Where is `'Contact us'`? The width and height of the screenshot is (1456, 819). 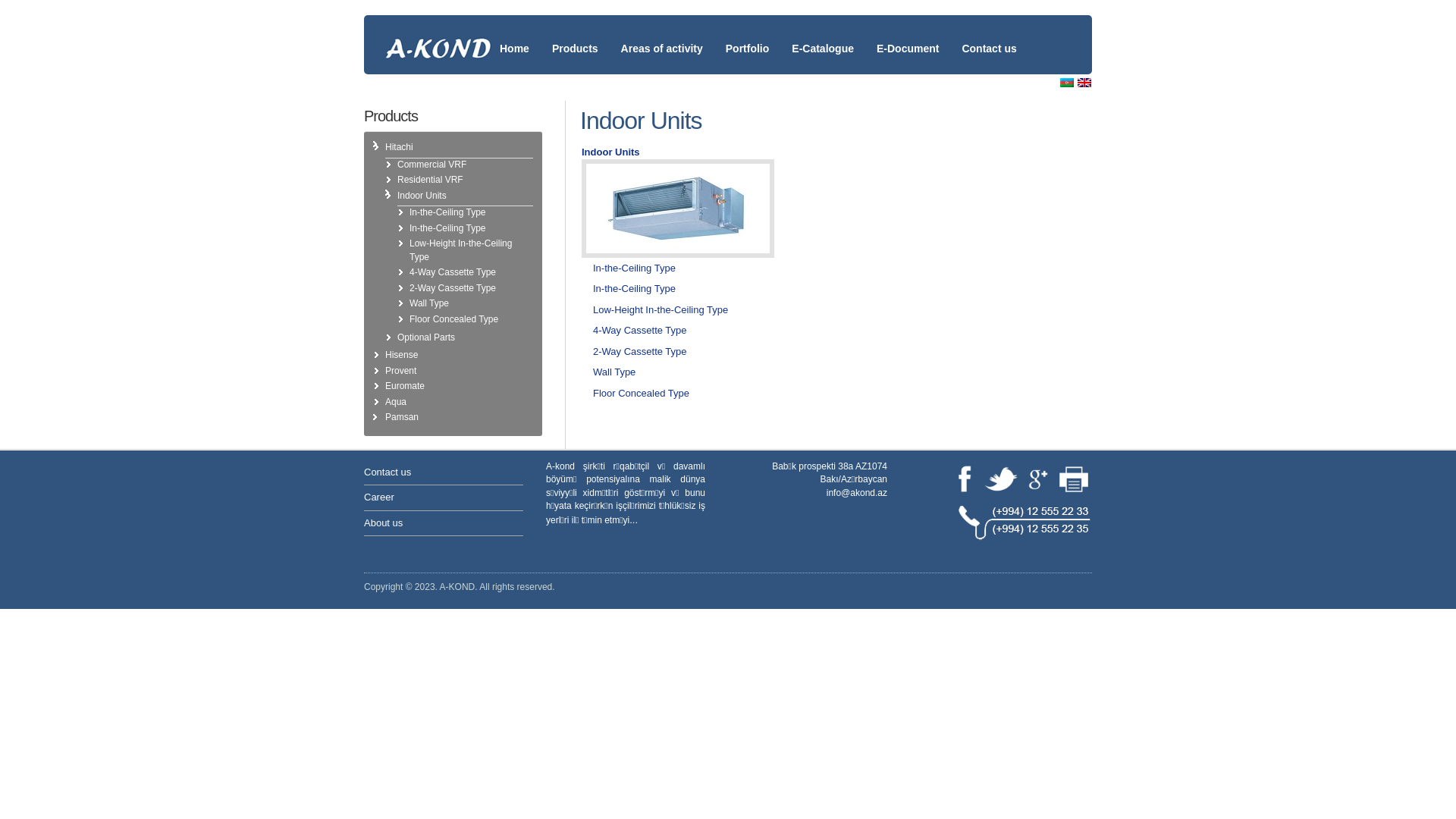 'Contact us' is located at coordinates (989, 34).